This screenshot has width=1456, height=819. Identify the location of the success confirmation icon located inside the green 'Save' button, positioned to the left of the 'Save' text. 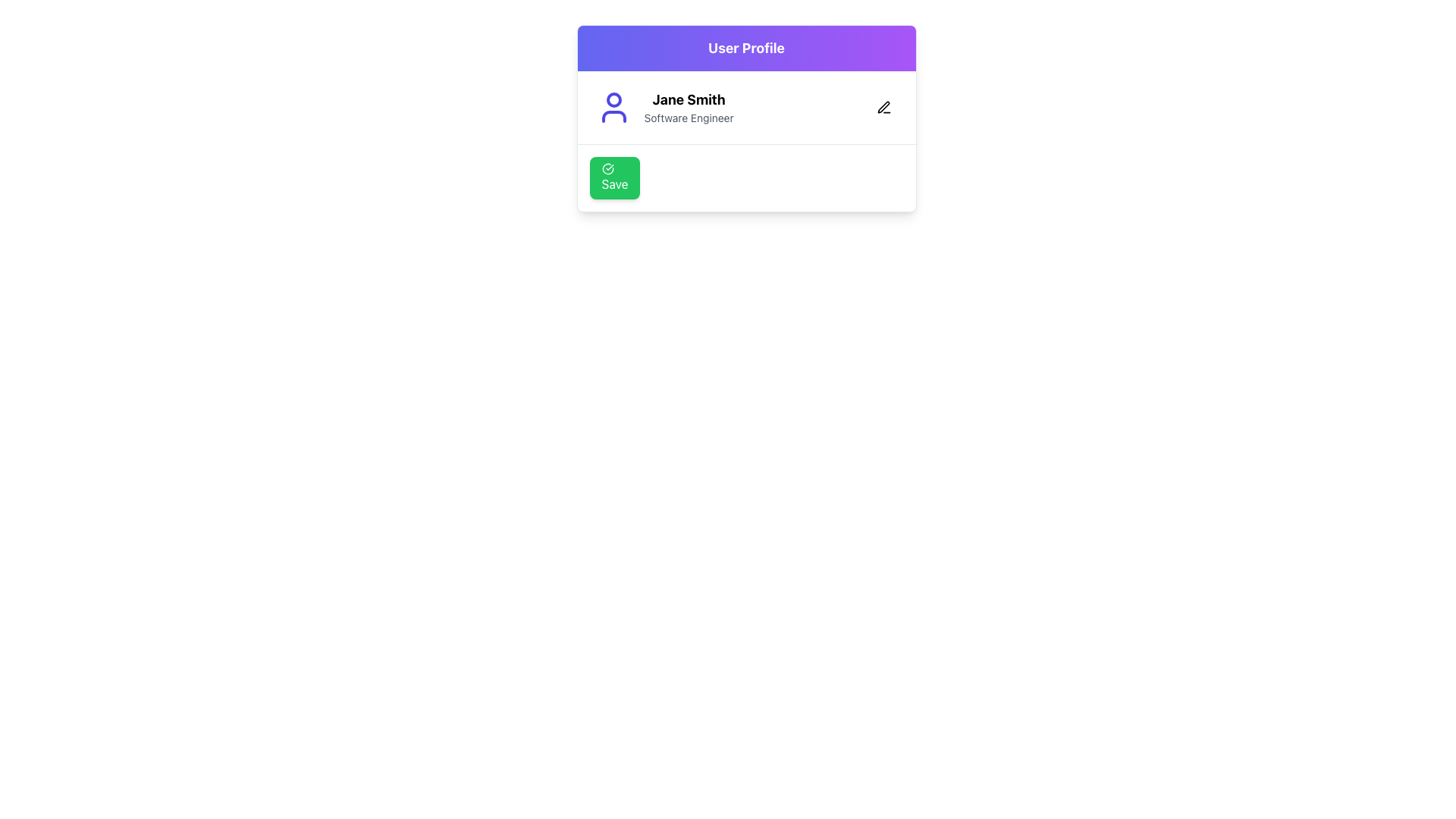
(607, 169).